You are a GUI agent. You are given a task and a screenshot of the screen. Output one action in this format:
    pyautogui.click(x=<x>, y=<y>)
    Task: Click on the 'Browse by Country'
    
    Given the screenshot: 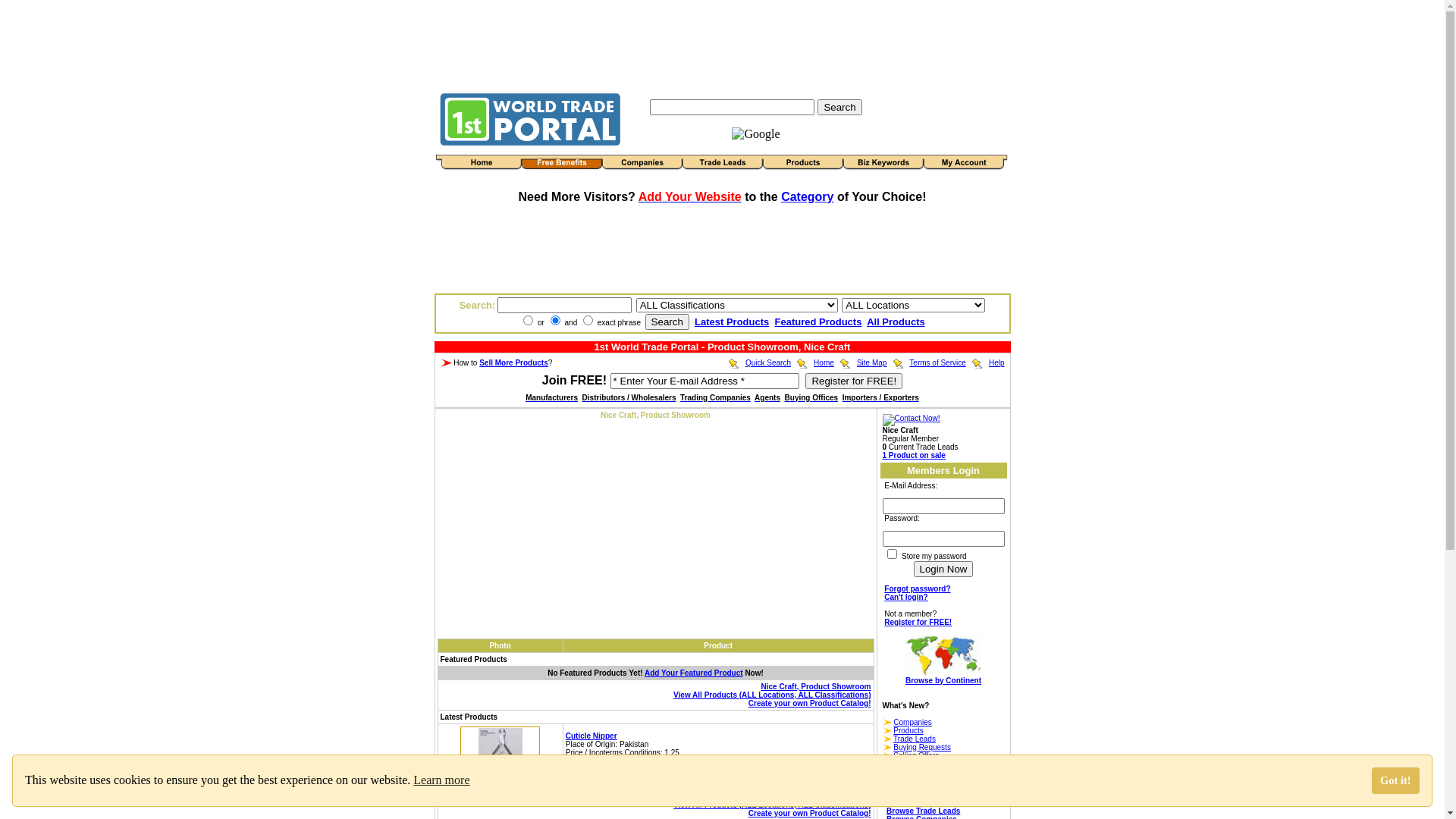 What is the action you would take?
    pyautogui.click(x=886, y=802)
    